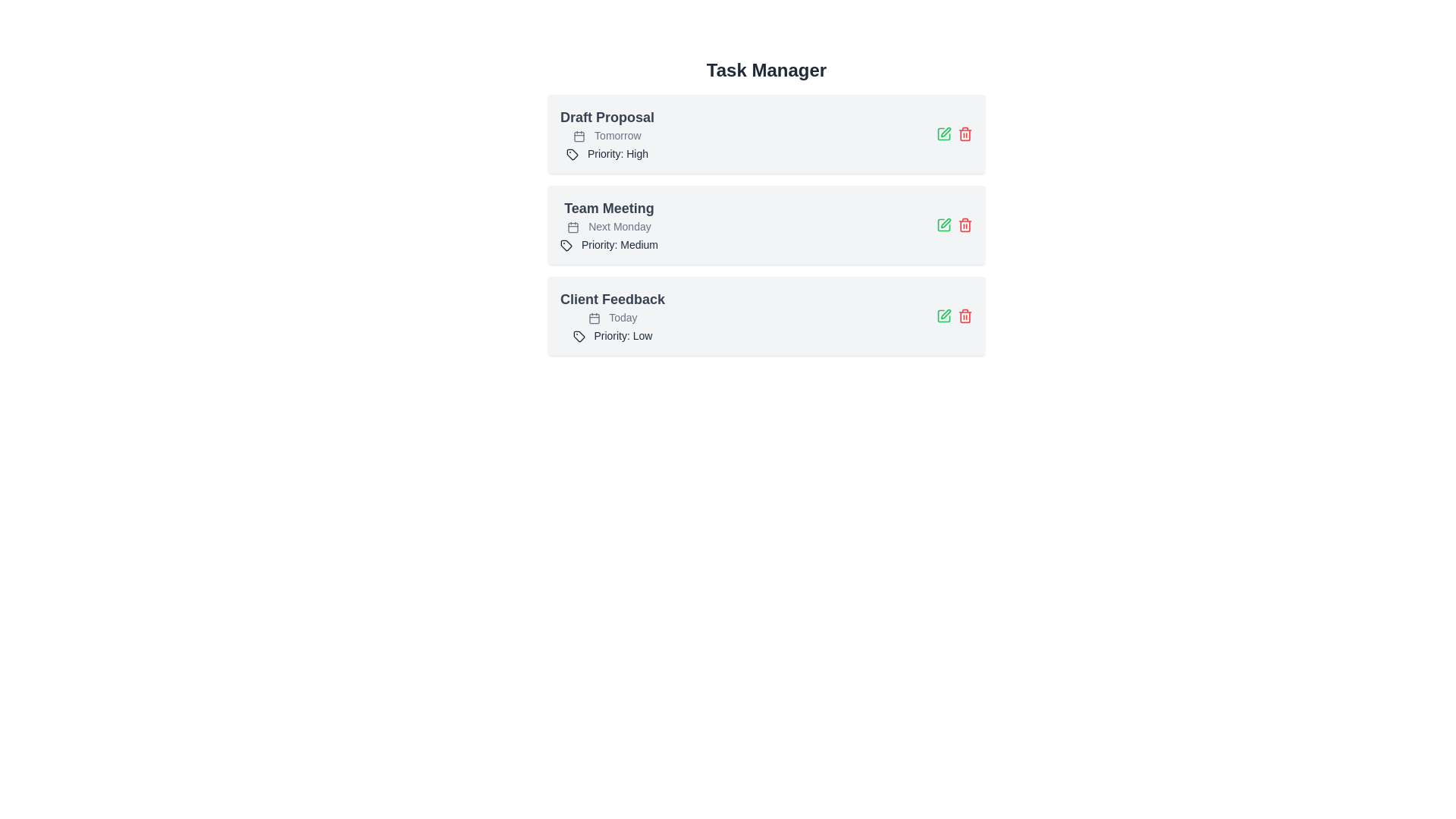 The image size is (1456, 819). What do you see at coordinates (607, 116) in the screenshot?
I see `the text label that serves as a title or description for a task-related item in the task management interface` at bounding box center [607, 116].